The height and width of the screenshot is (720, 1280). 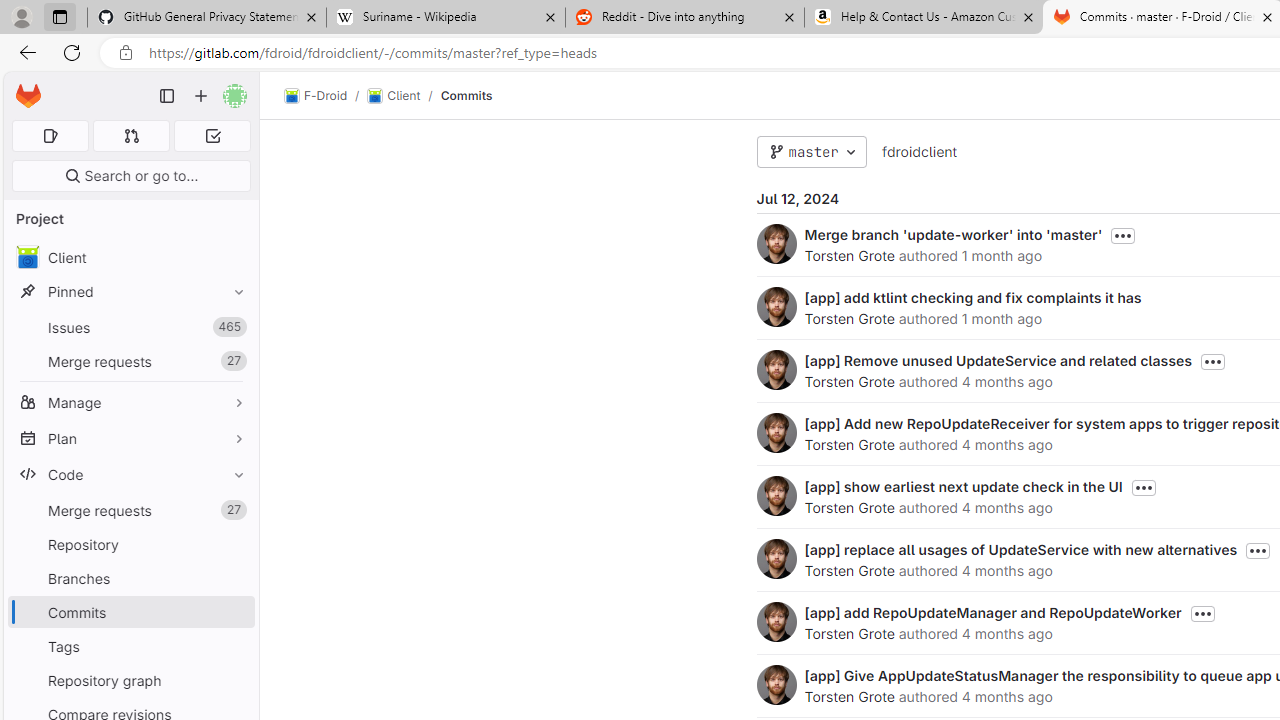 I want to click on 'Unpin Issues', so click(x=234, y=326).